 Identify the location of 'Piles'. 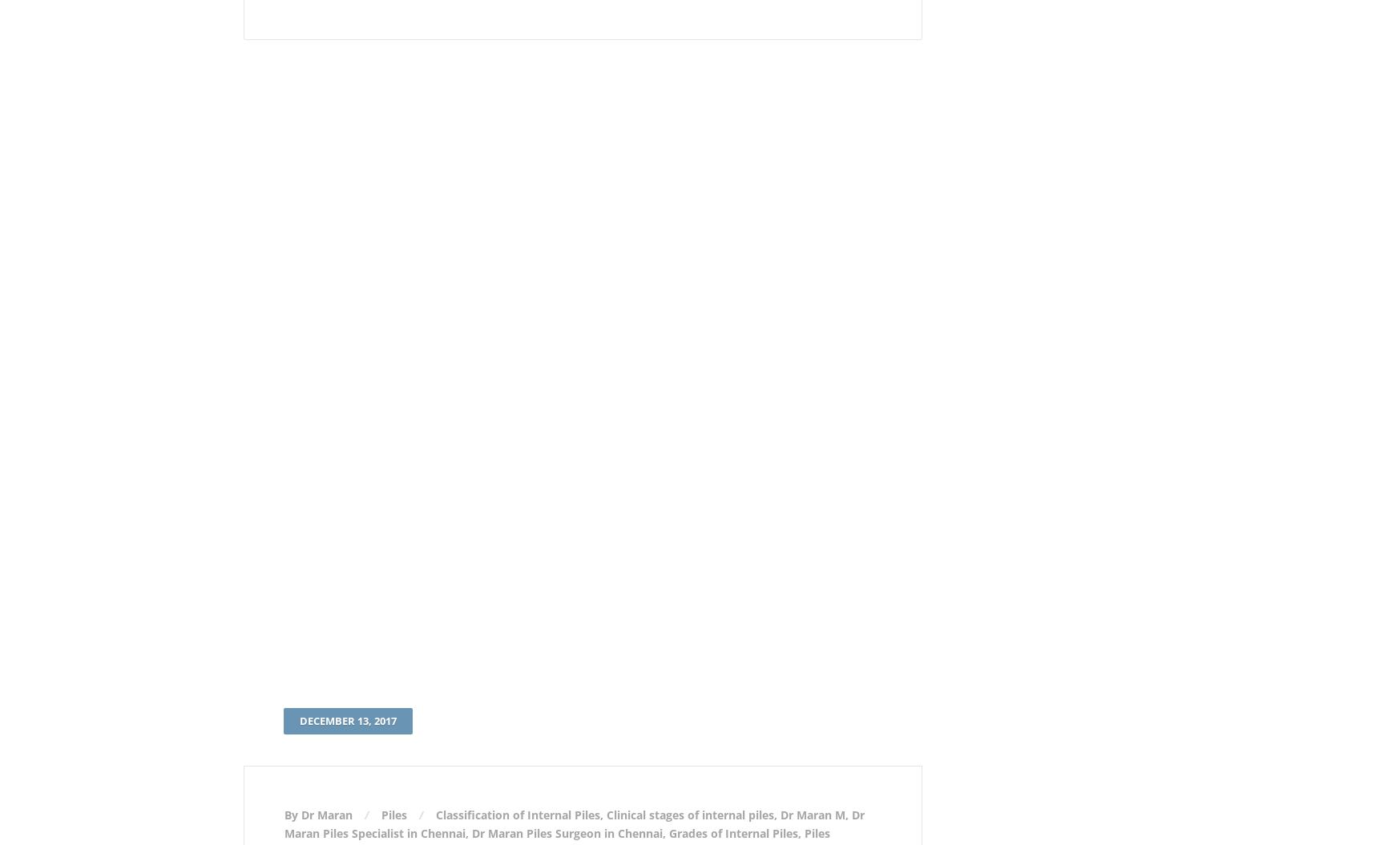
(393, 814).